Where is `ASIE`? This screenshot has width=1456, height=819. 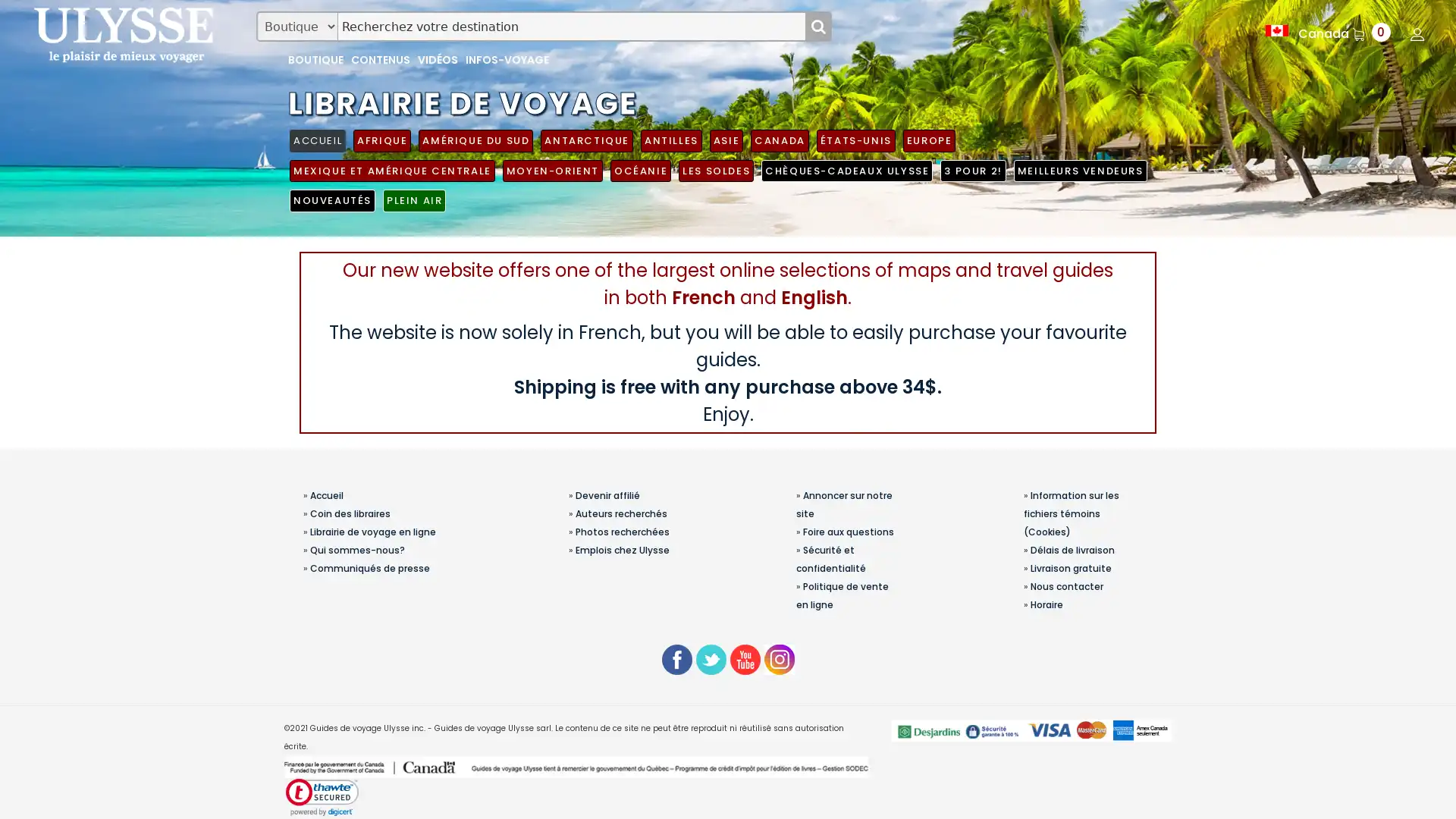 ASIE is located at coordinates (725, 140).